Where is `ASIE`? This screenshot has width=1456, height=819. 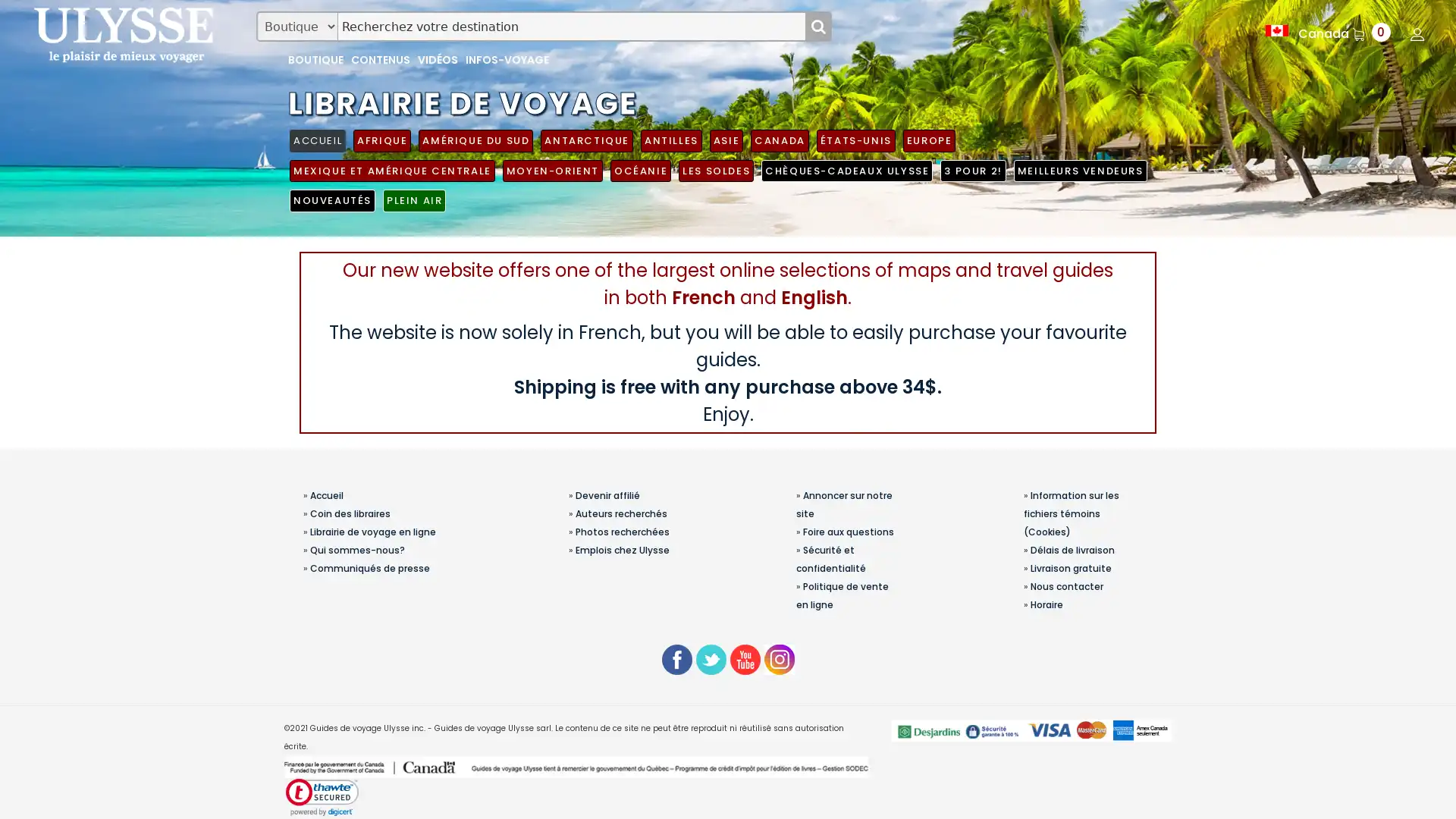 ASIE is located at coordinates (725, 140).